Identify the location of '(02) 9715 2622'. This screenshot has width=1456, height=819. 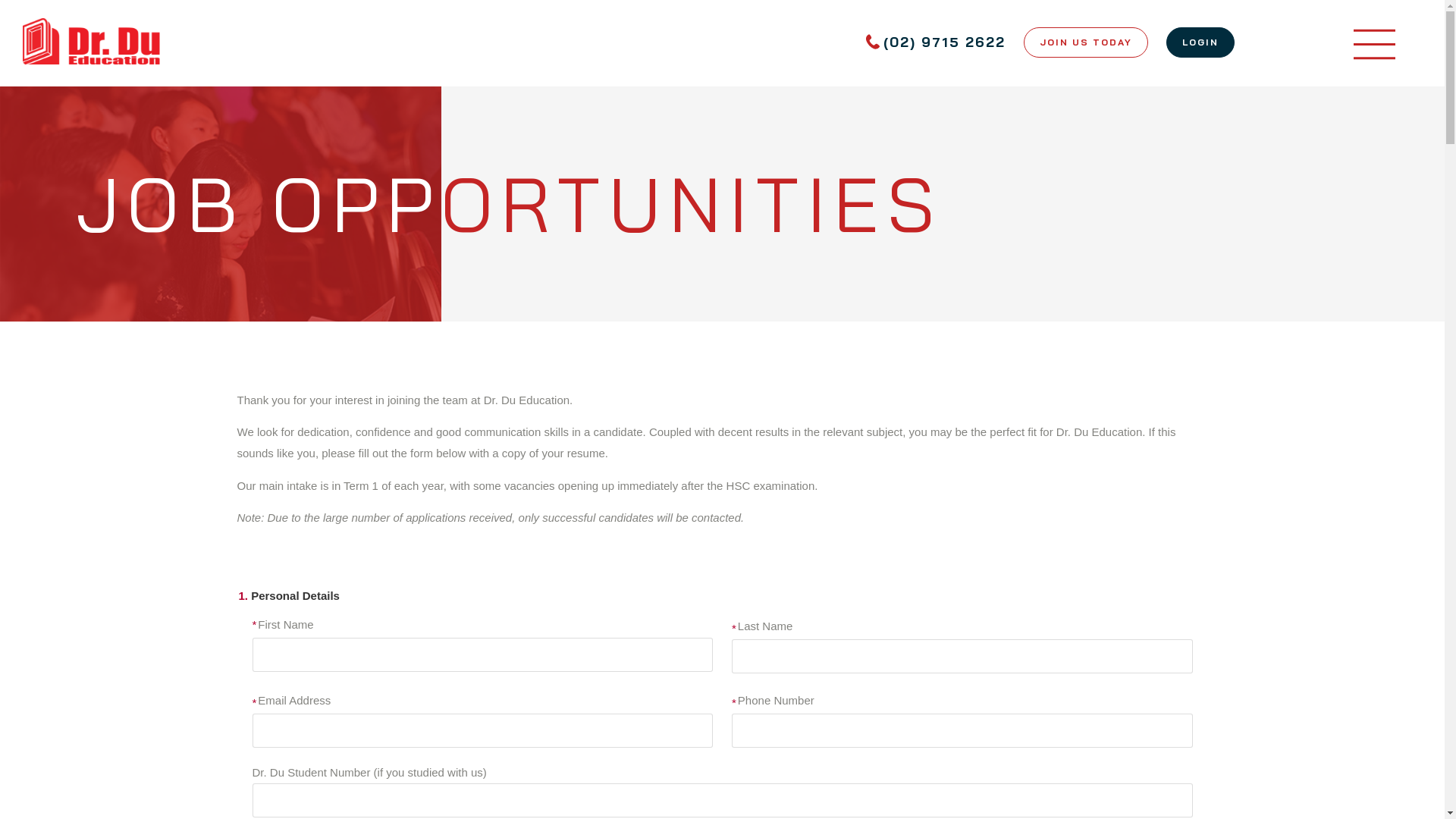
(934, 42).